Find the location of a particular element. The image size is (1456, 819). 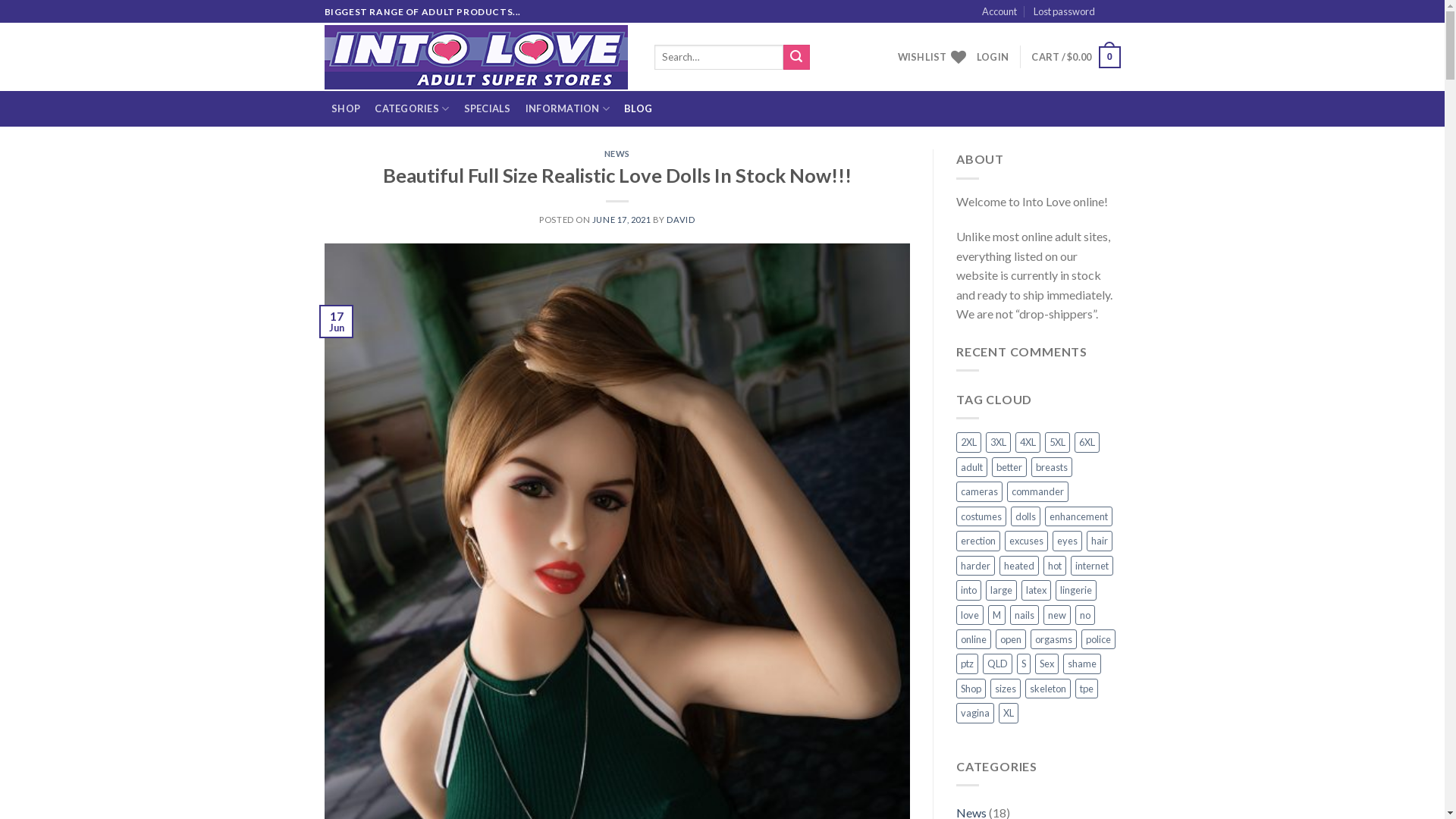

'new' is located at coordinates (1056, 614).